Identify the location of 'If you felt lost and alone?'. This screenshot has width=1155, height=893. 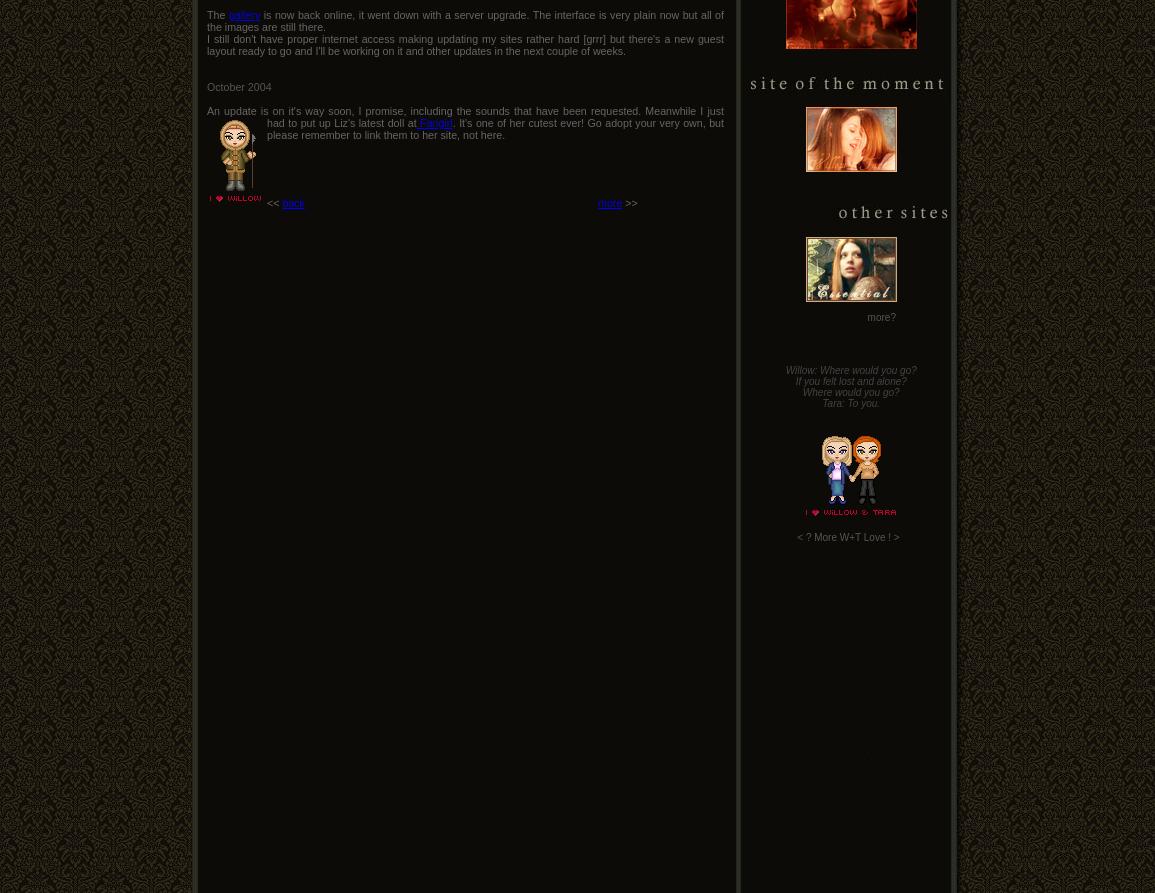
(794, 381).